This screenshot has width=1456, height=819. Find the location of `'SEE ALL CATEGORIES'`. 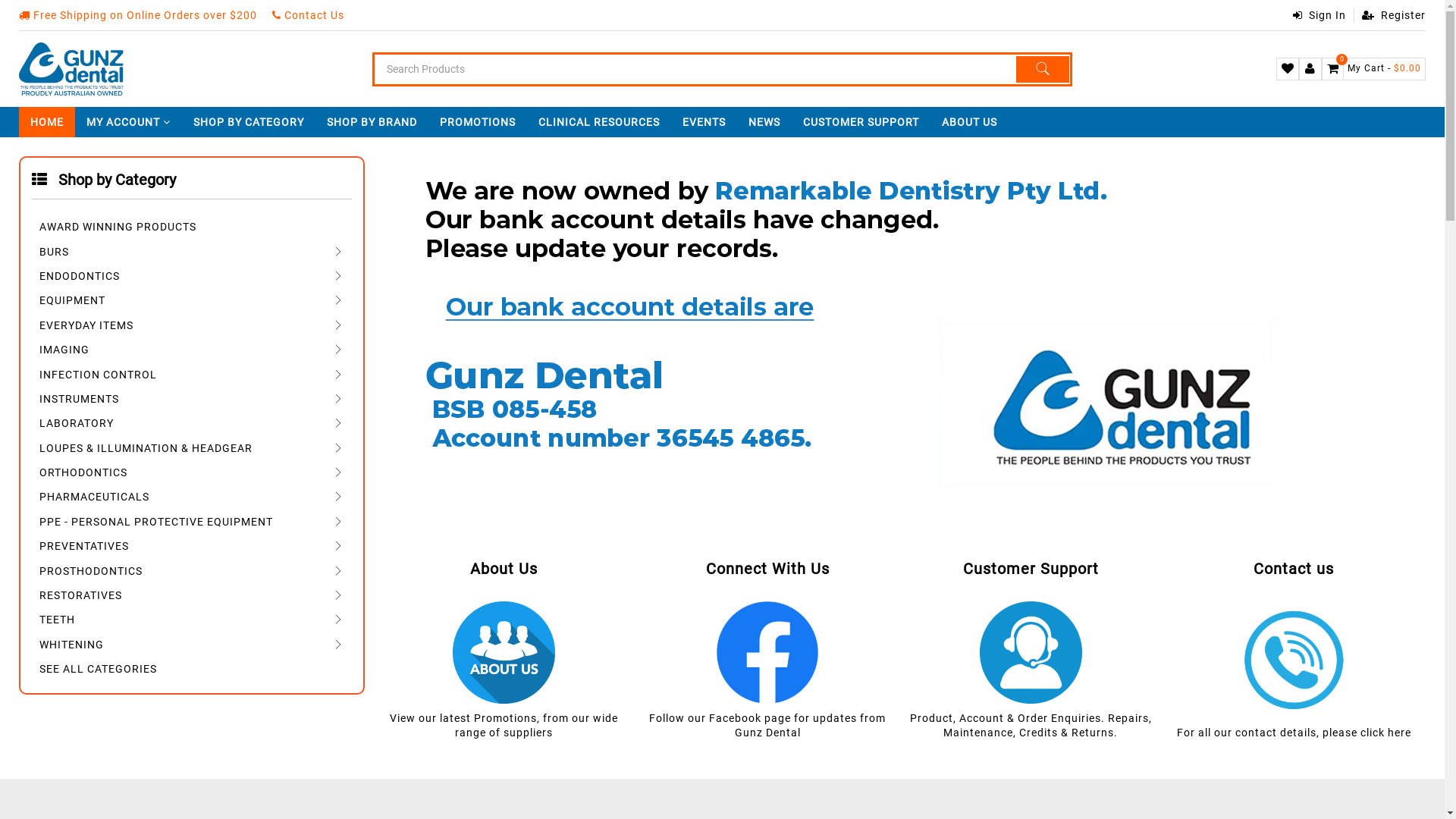

'SEE ALL CATEGORIES' is located at coordinates (191, 667).